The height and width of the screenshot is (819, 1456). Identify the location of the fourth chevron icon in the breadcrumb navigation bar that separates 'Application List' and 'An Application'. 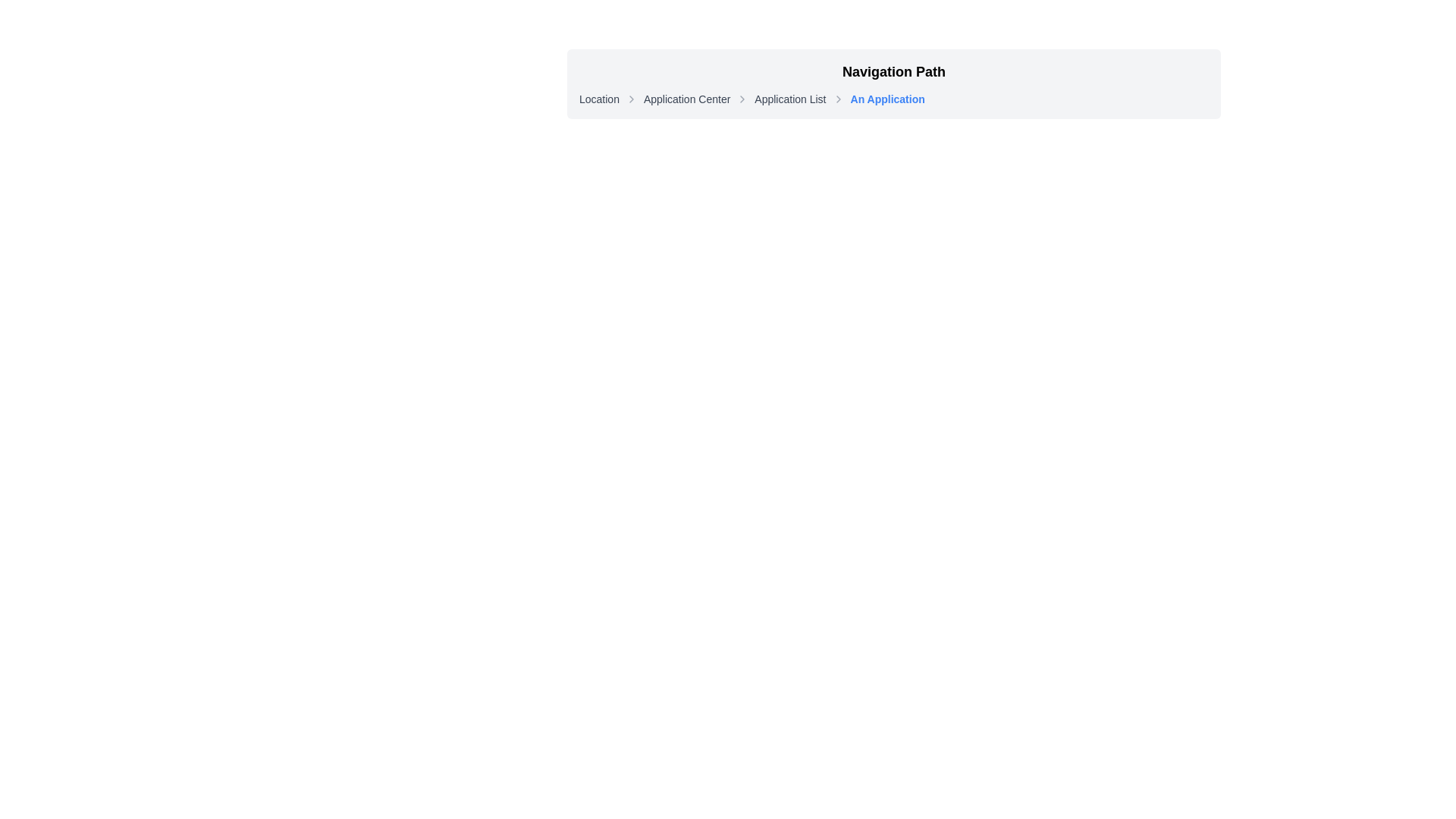
(837, 99).